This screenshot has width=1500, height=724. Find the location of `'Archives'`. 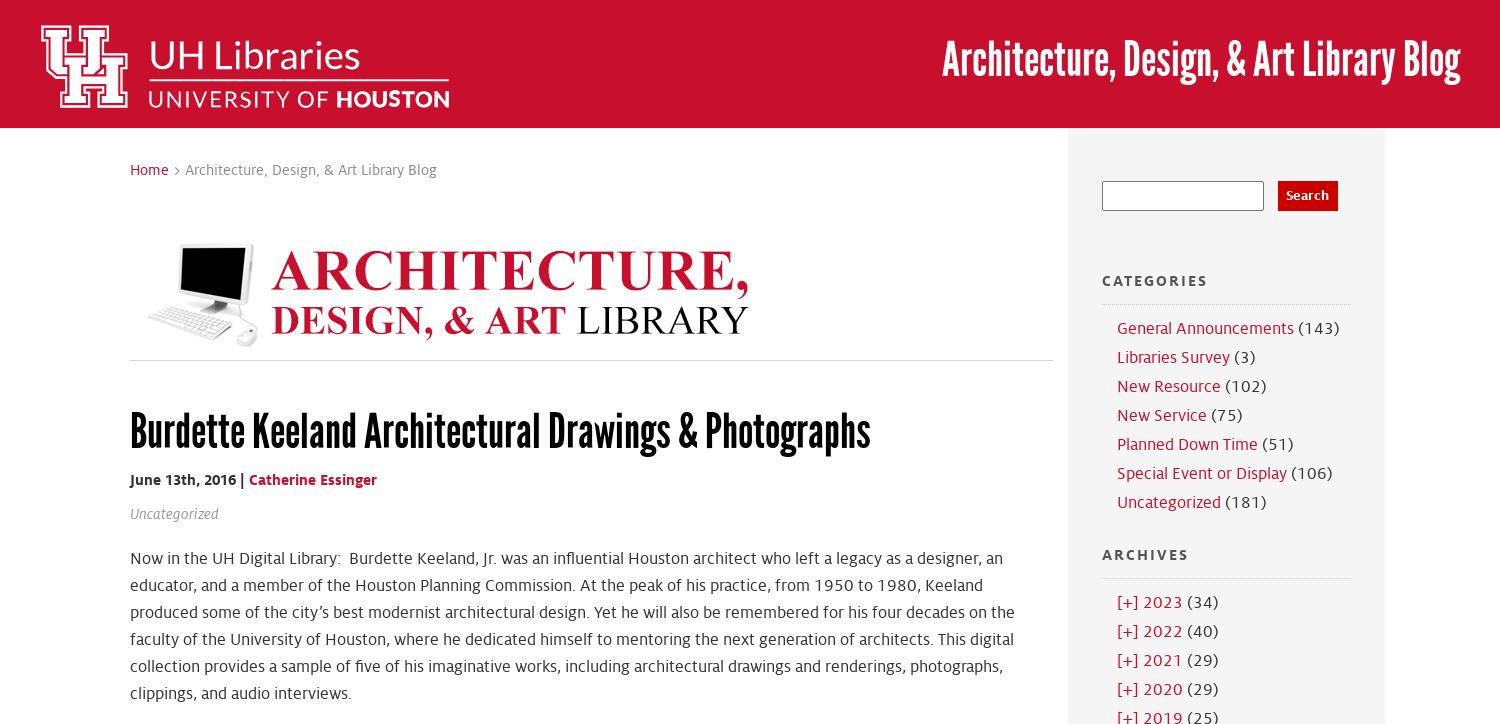

'Archives' is located at coordinates (1144, 555).